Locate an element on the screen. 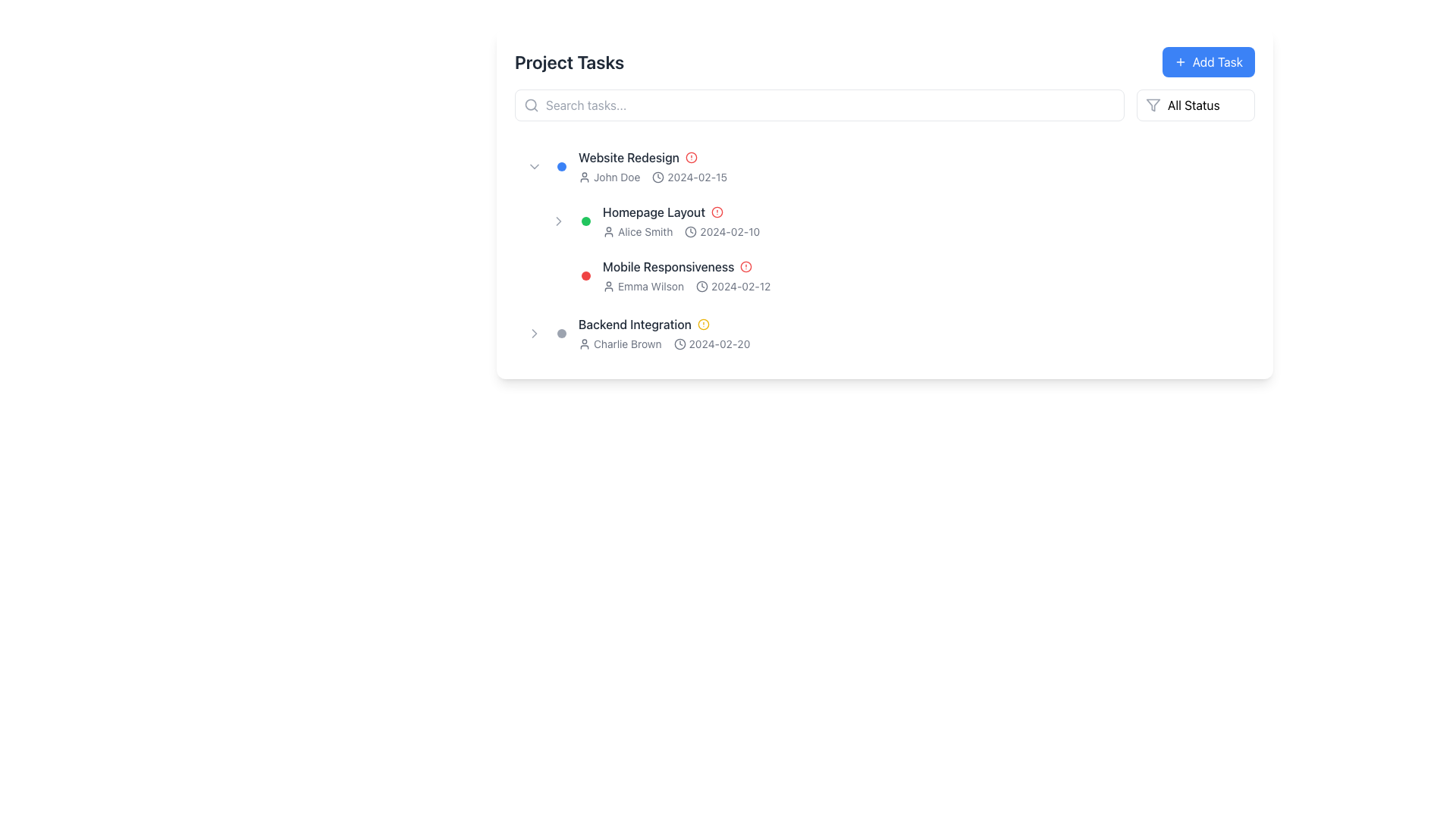 The width and height of the screenshot is (1456, 819). the alert icon indicating an issue with the task titled 'Website Redesign' located immediately to the right of its text label in the 'Project Tasks' list is located at coordinates (691, 158).